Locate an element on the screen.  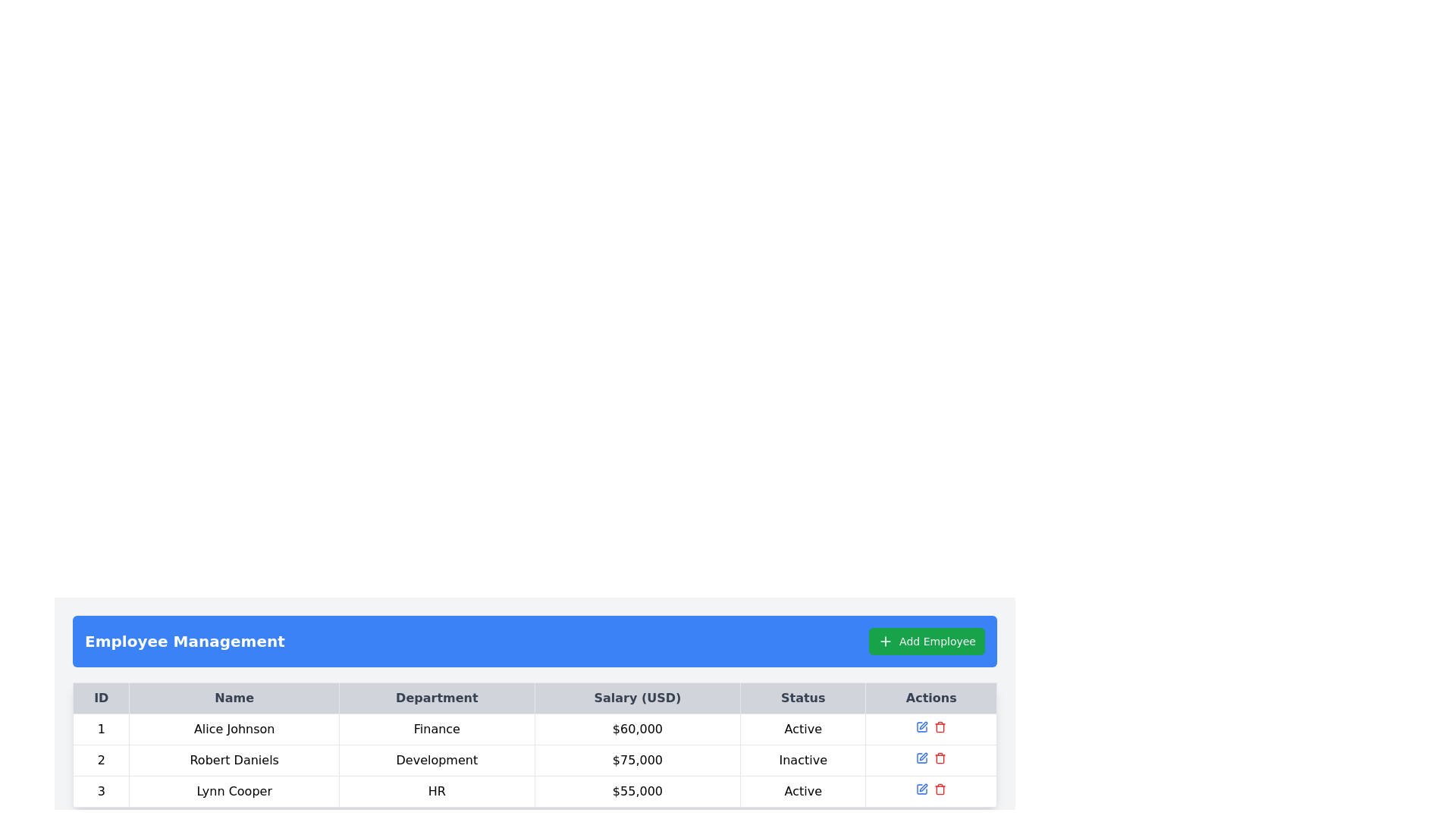
the body of the trash icon, which is a rectangular shape with rounded corners, located in the third row of the 'Actions' column is located at coordinates (940, 789).